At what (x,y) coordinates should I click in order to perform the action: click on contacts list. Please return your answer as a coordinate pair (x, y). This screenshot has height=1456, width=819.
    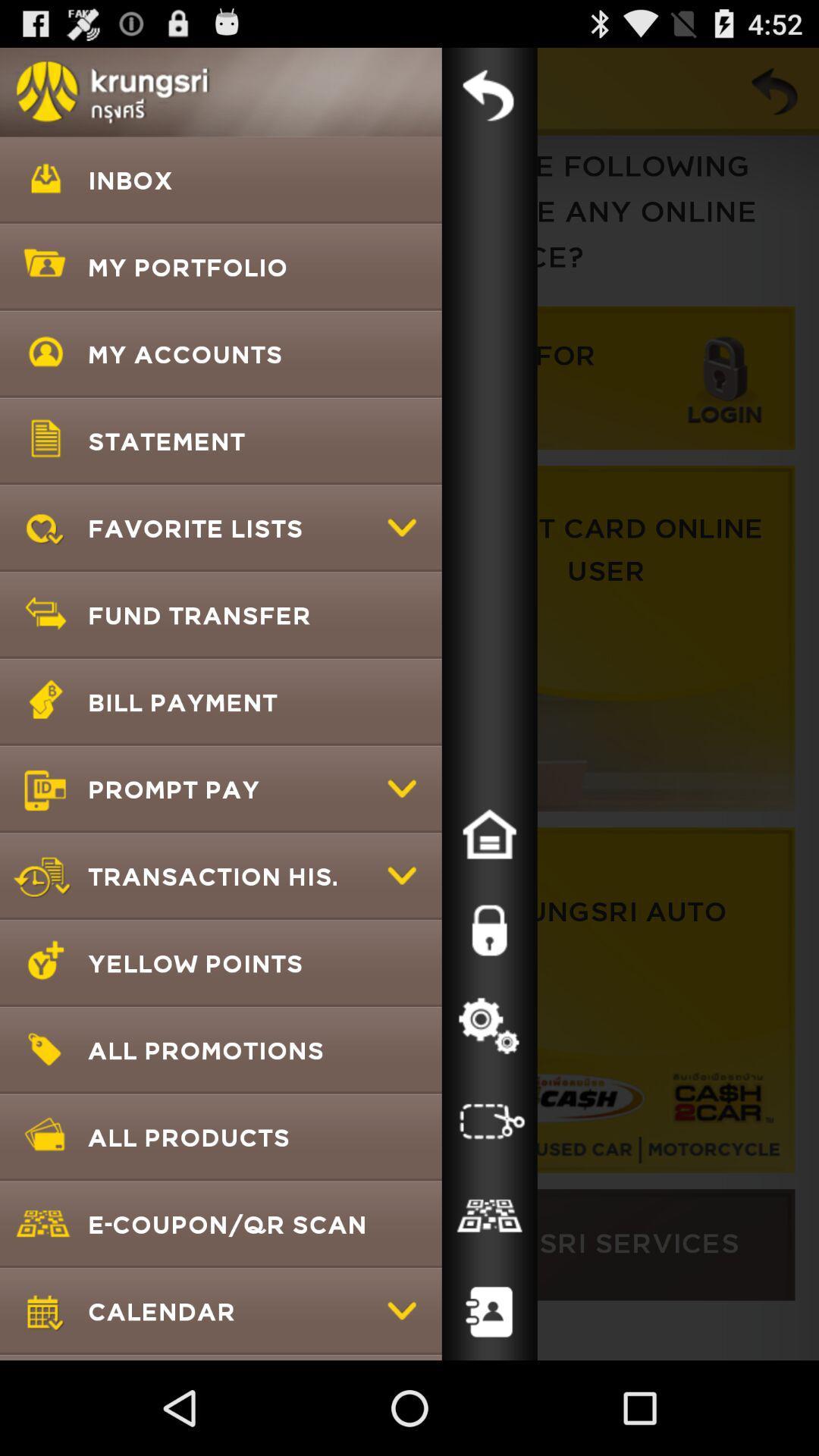
    Looking at the image, I should click on (489, 1312).